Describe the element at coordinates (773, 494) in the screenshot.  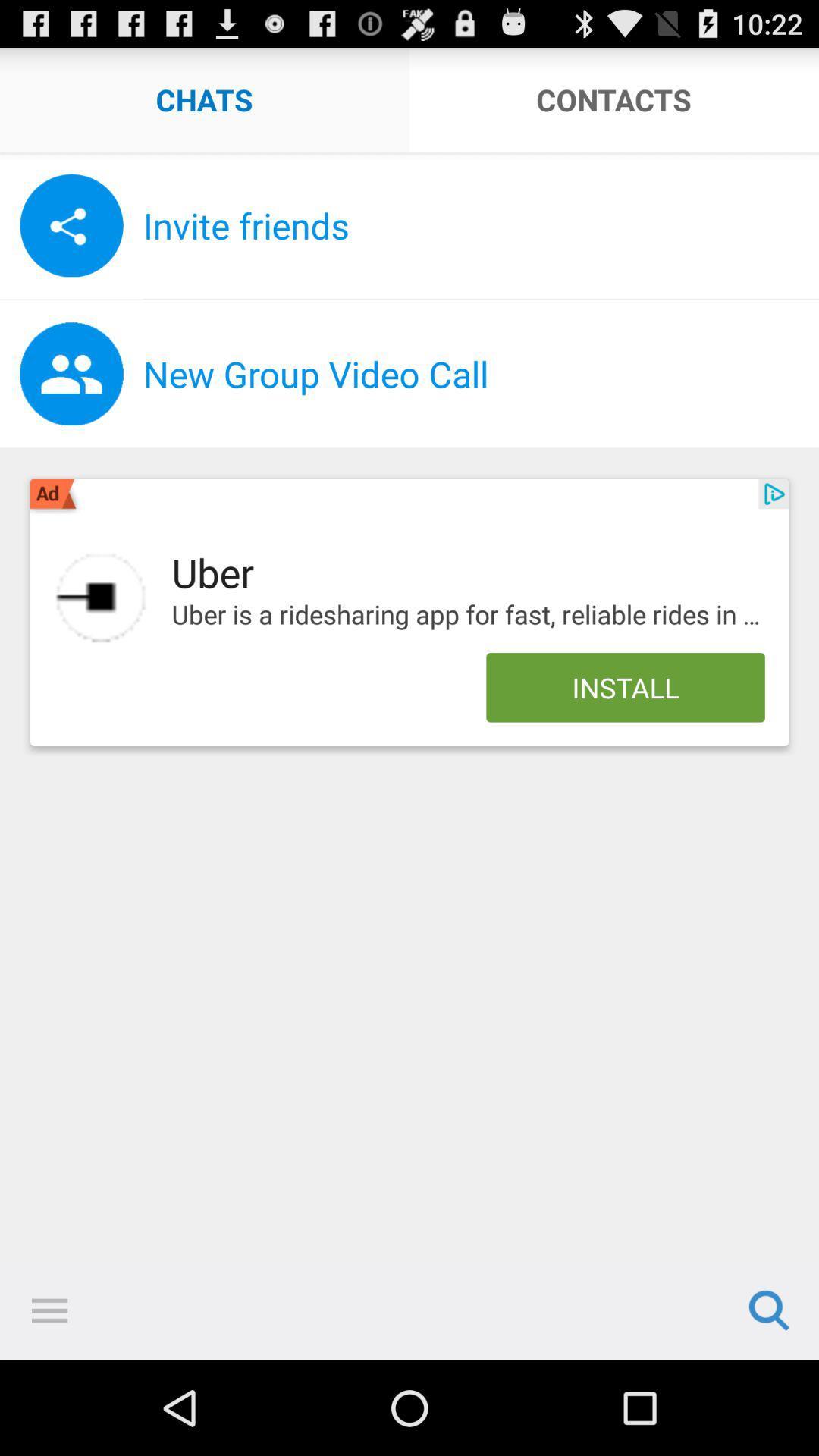
I see `the app below the new group video item` at that location.